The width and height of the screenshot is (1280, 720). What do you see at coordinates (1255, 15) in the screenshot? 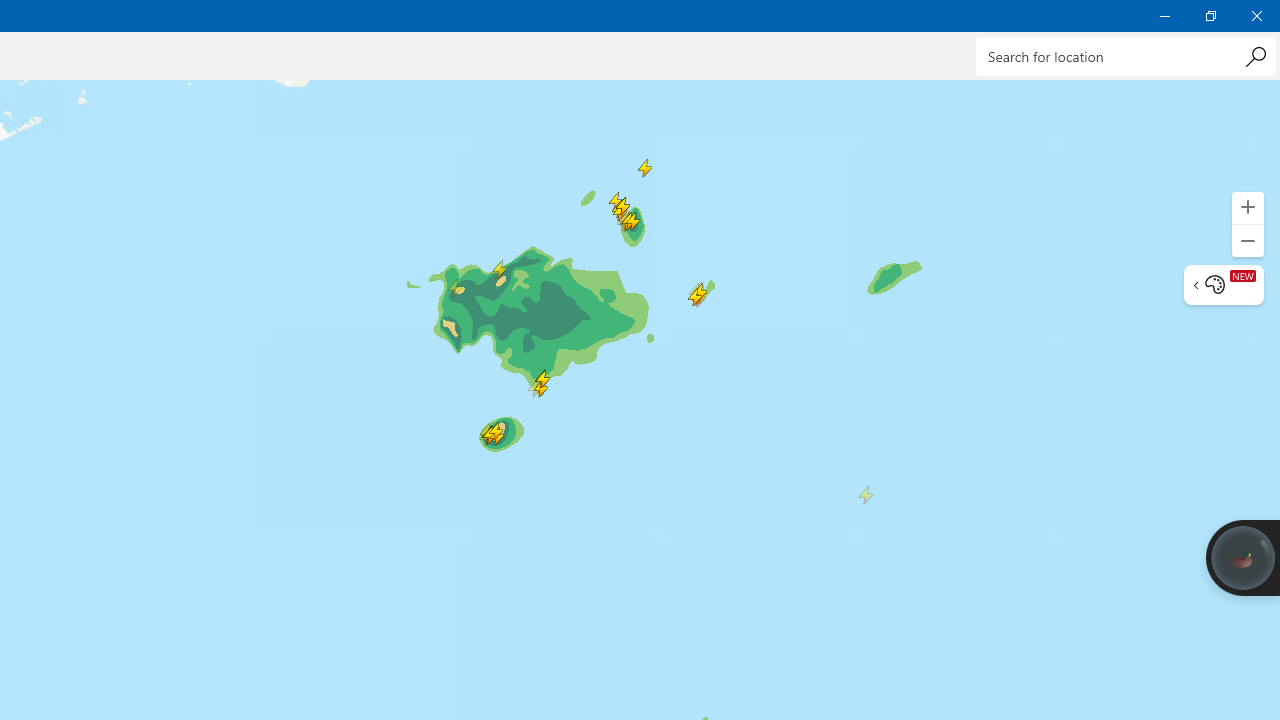
I see `'Close Weather'` at bounding box center [1255, 15].